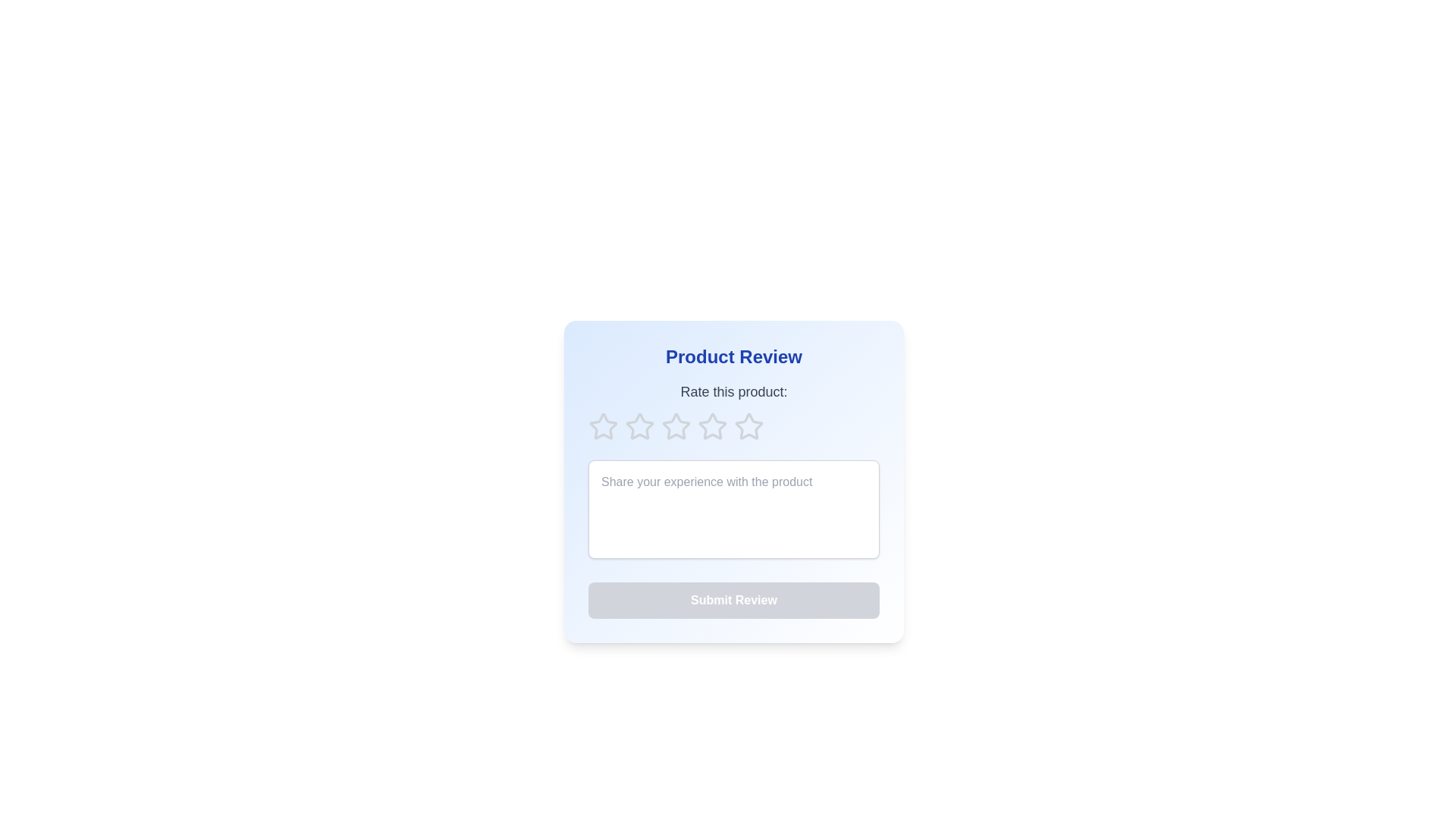 This screenshot has height=819, width=1456. Describe the element at coordinates (749, 427) in the screenshot. I see `the fifth rating star icon` at that location.